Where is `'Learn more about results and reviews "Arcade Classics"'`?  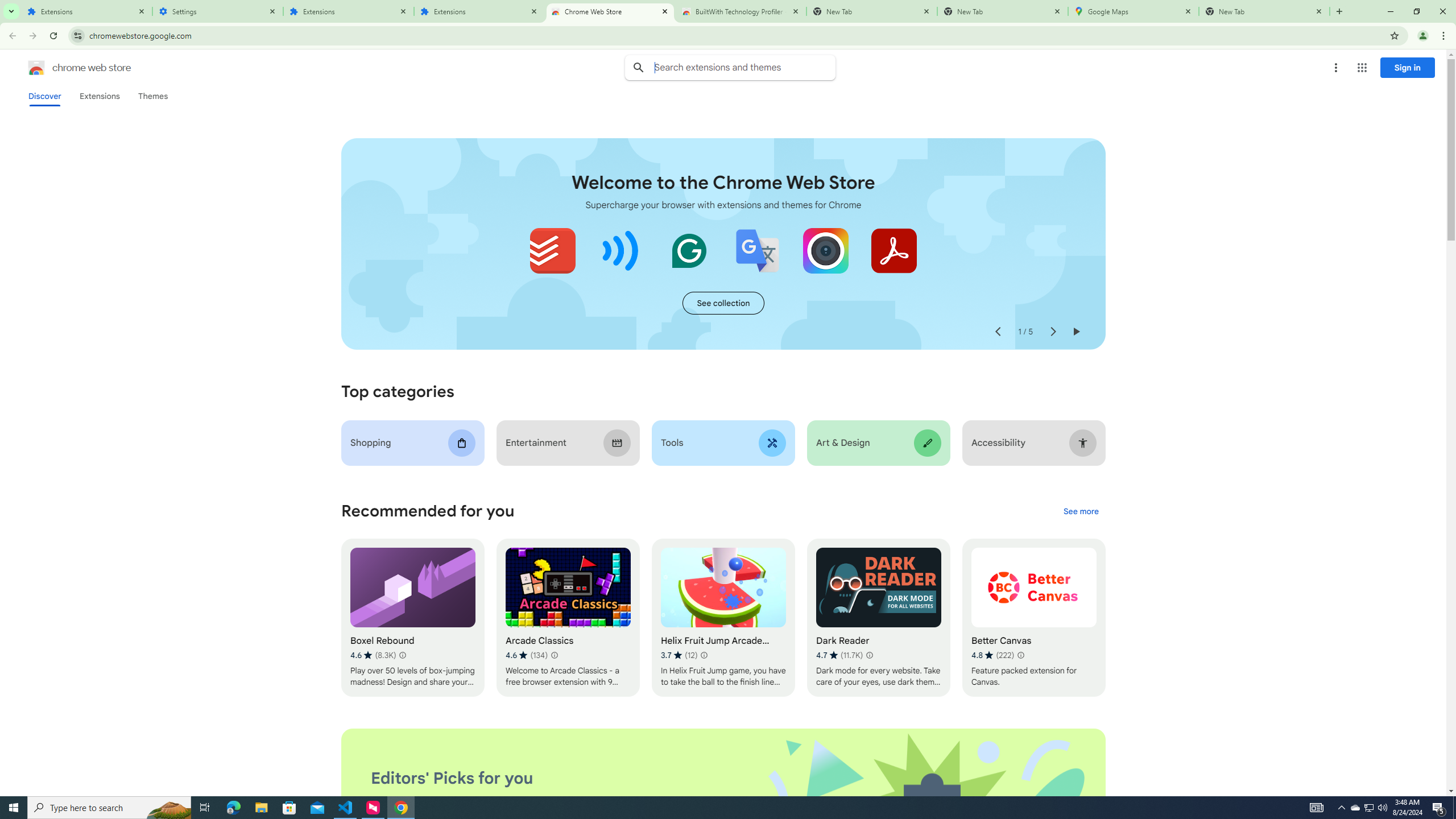 'Learn more about results and reviews "Arcade Classics"' is located at coordinates (554, 655).